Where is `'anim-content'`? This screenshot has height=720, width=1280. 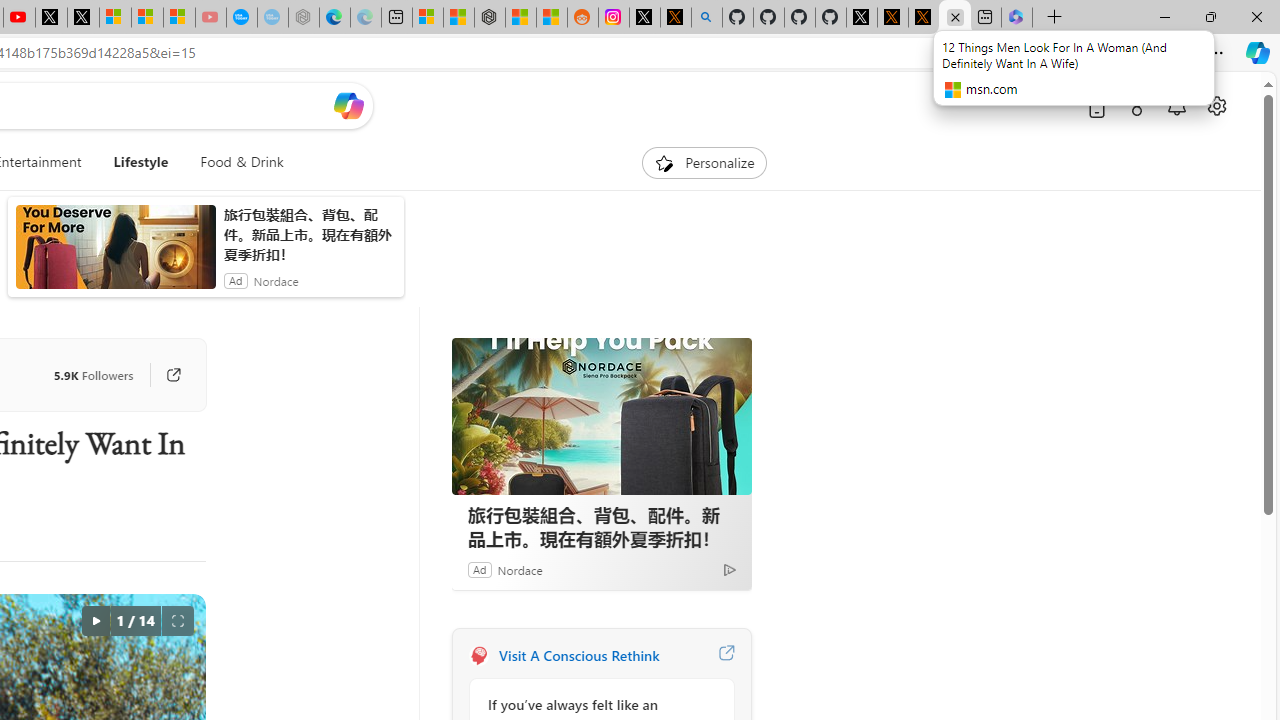 'anim-content' is located at coordinates (114, 254).